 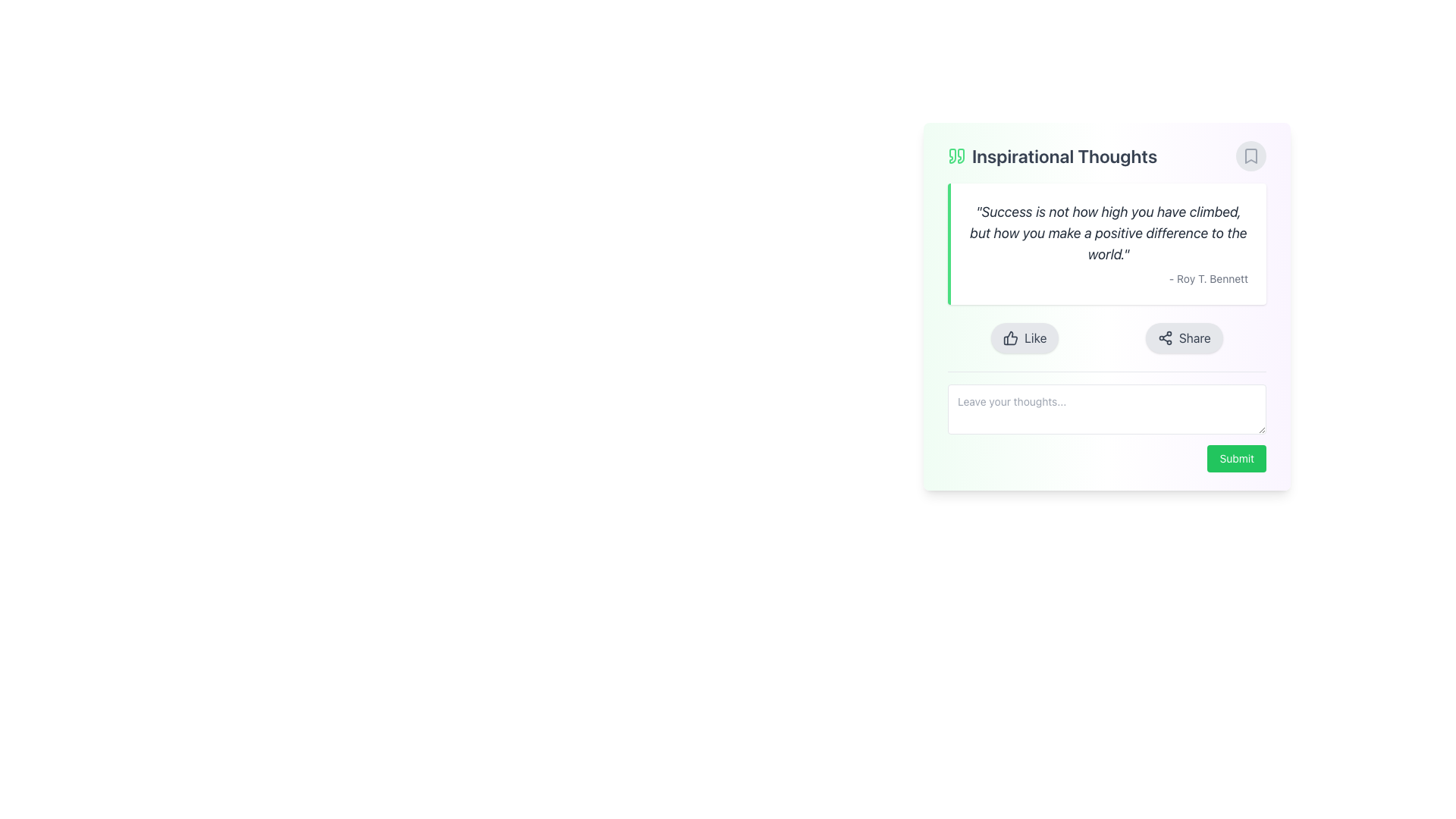 I want to click on the 'thumbs up' wireframe icon located to the left of the 'Like' text within the rounded rectangular 'Like' button, so click(x=1011, y=337).